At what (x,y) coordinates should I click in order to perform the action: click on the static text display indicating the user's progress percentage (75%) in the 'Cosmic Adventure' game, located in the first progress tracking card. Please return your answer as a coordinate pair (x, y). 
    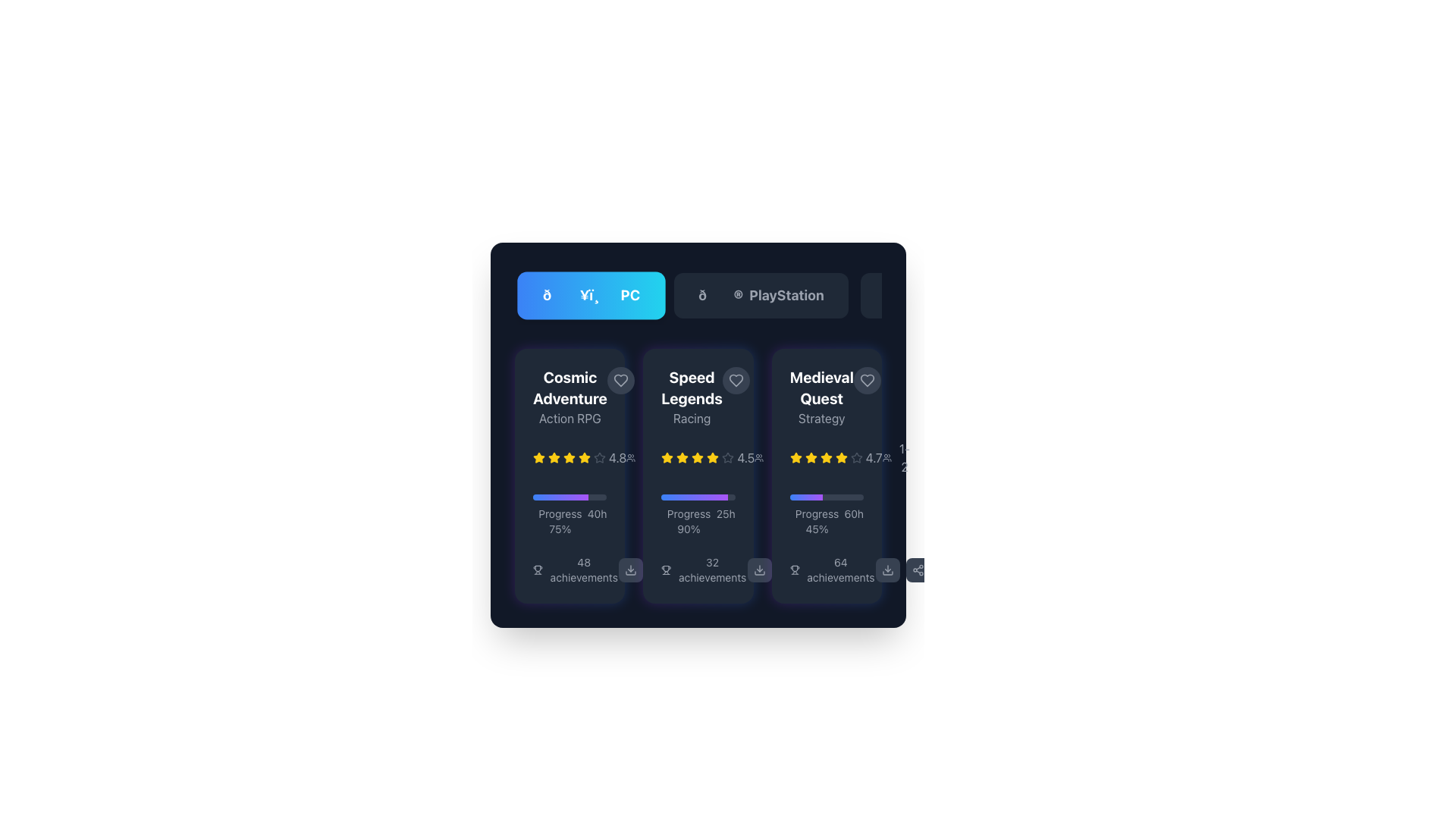
    Looking at the image, I should click on (559, 520).